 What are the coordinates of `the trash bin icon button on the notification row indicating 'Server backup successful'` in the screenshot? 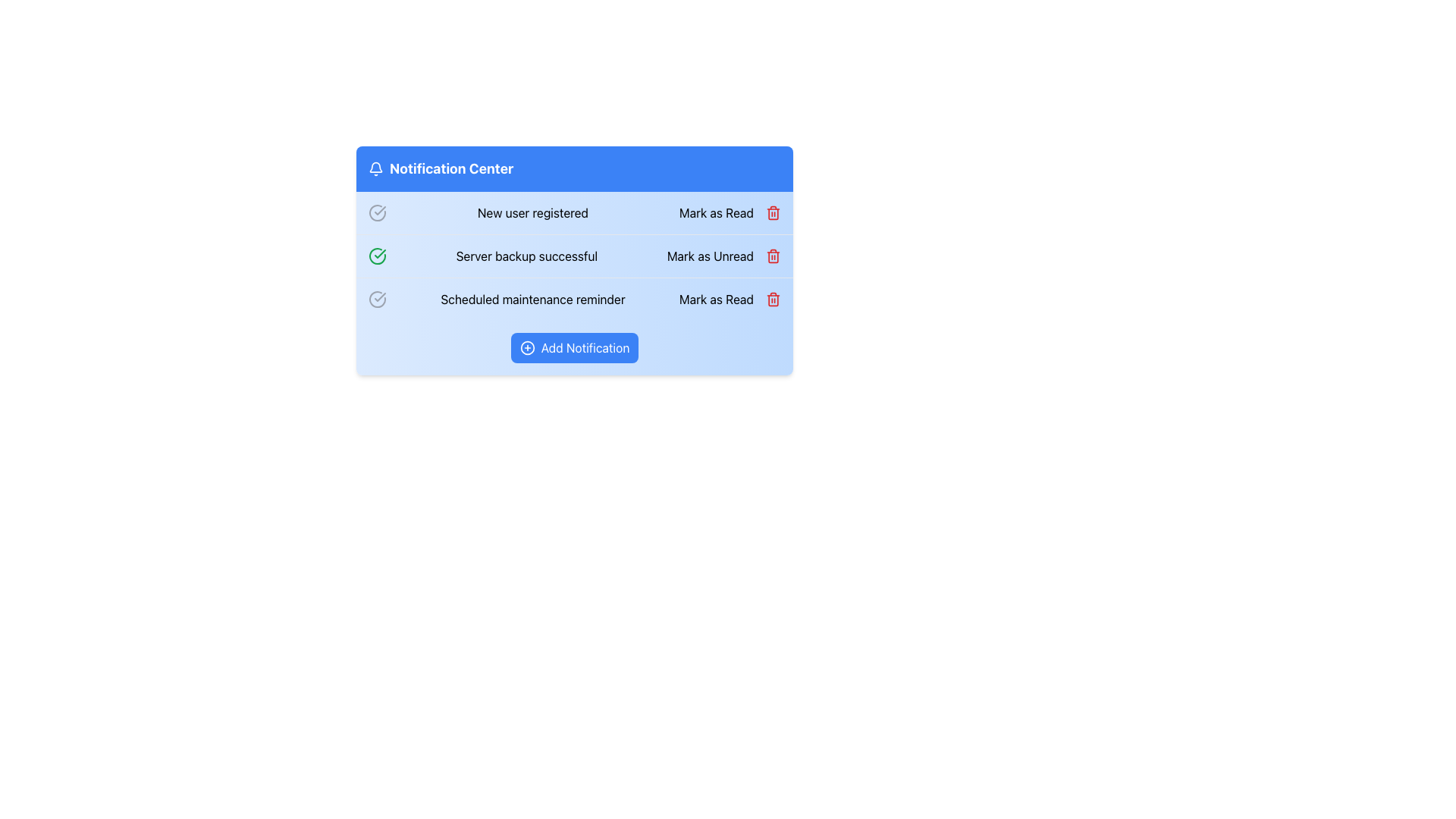 It's located at (773, 256).